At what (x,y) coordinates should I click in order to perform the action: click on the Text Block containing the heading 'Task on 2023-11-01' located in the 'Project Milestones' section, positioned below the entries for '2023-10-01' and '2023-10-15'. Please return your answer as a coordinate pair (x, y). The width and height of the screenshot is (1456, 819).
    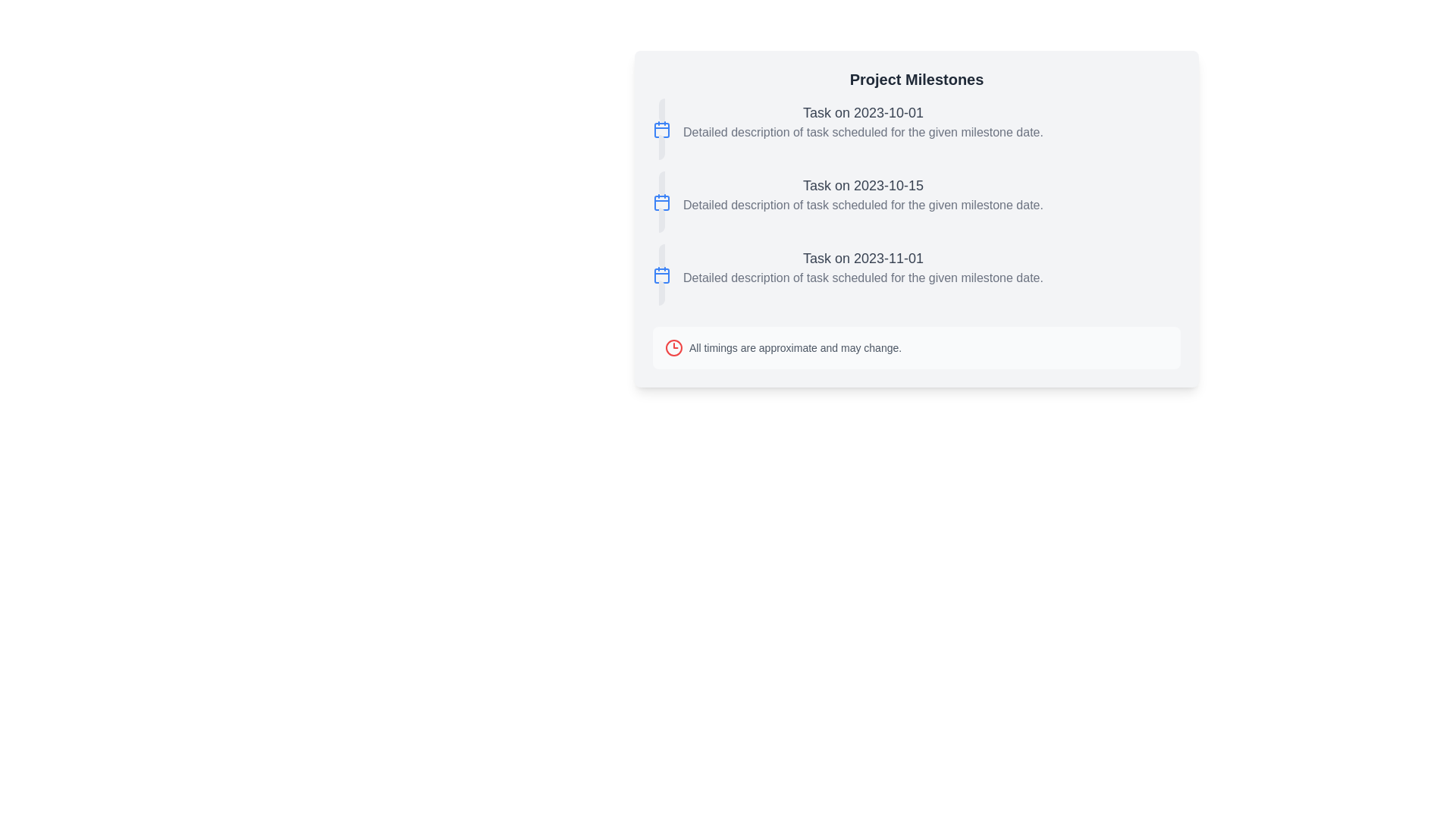
    Looking at the image, I should click on (863, 267).